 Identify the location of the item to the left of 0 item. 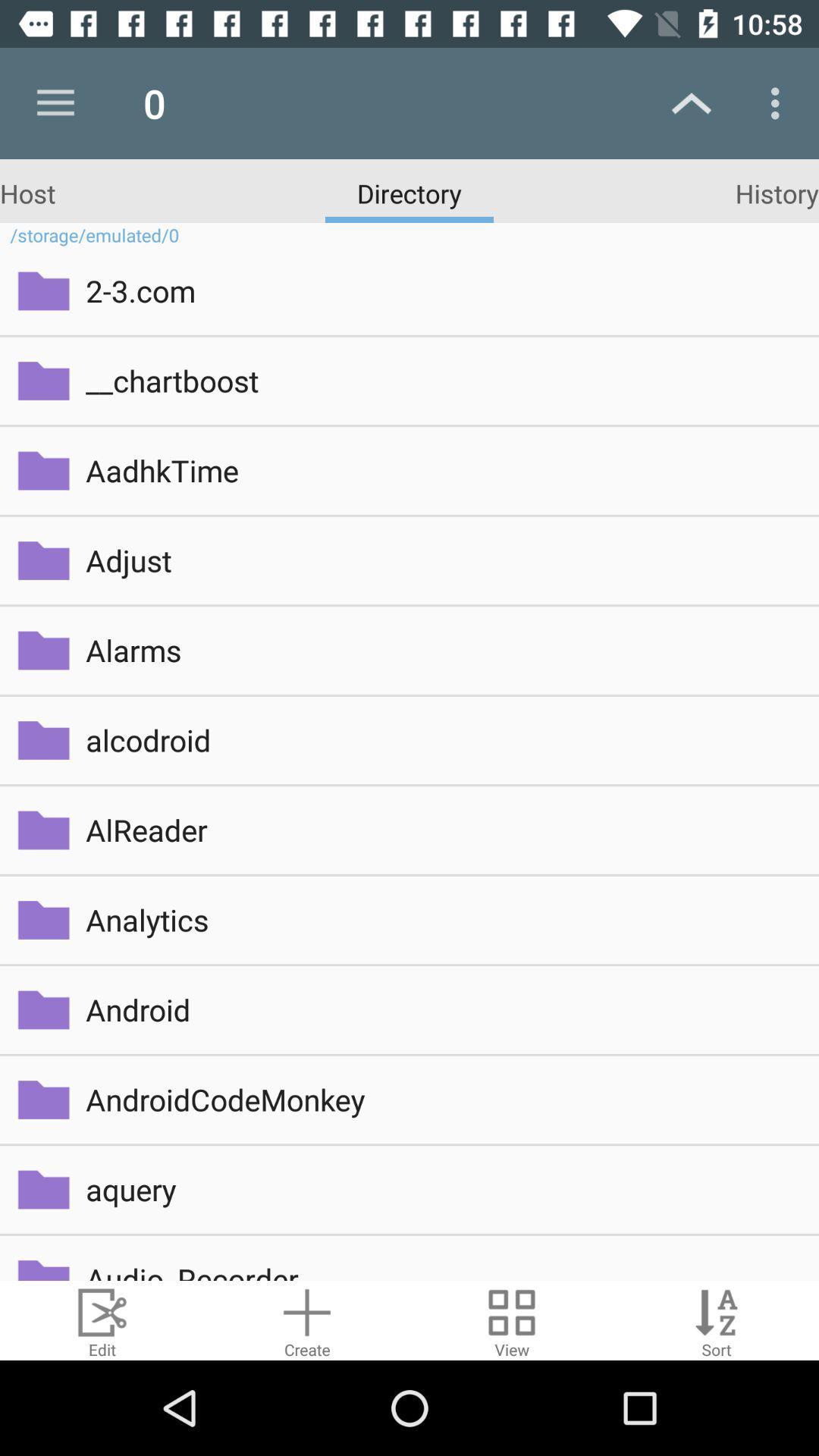
(55, 102).